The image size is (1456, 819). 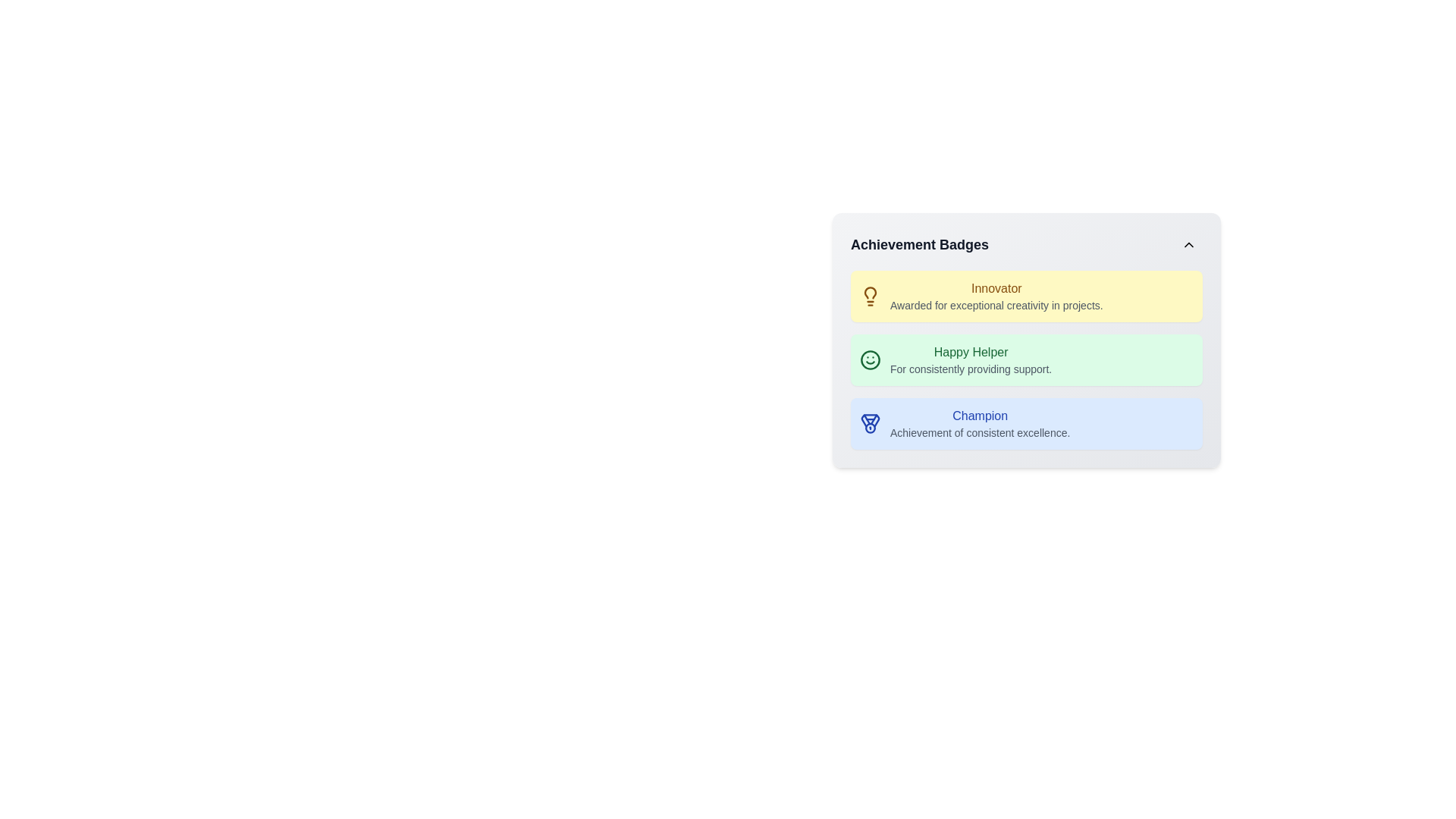 What do you see at coordinates (1188, 244) in the screenshot?
I see `the upward-pointing chevron icon located in the top-right corner of the 'Achievement Badges' module` at bounding box center [1188, 244].